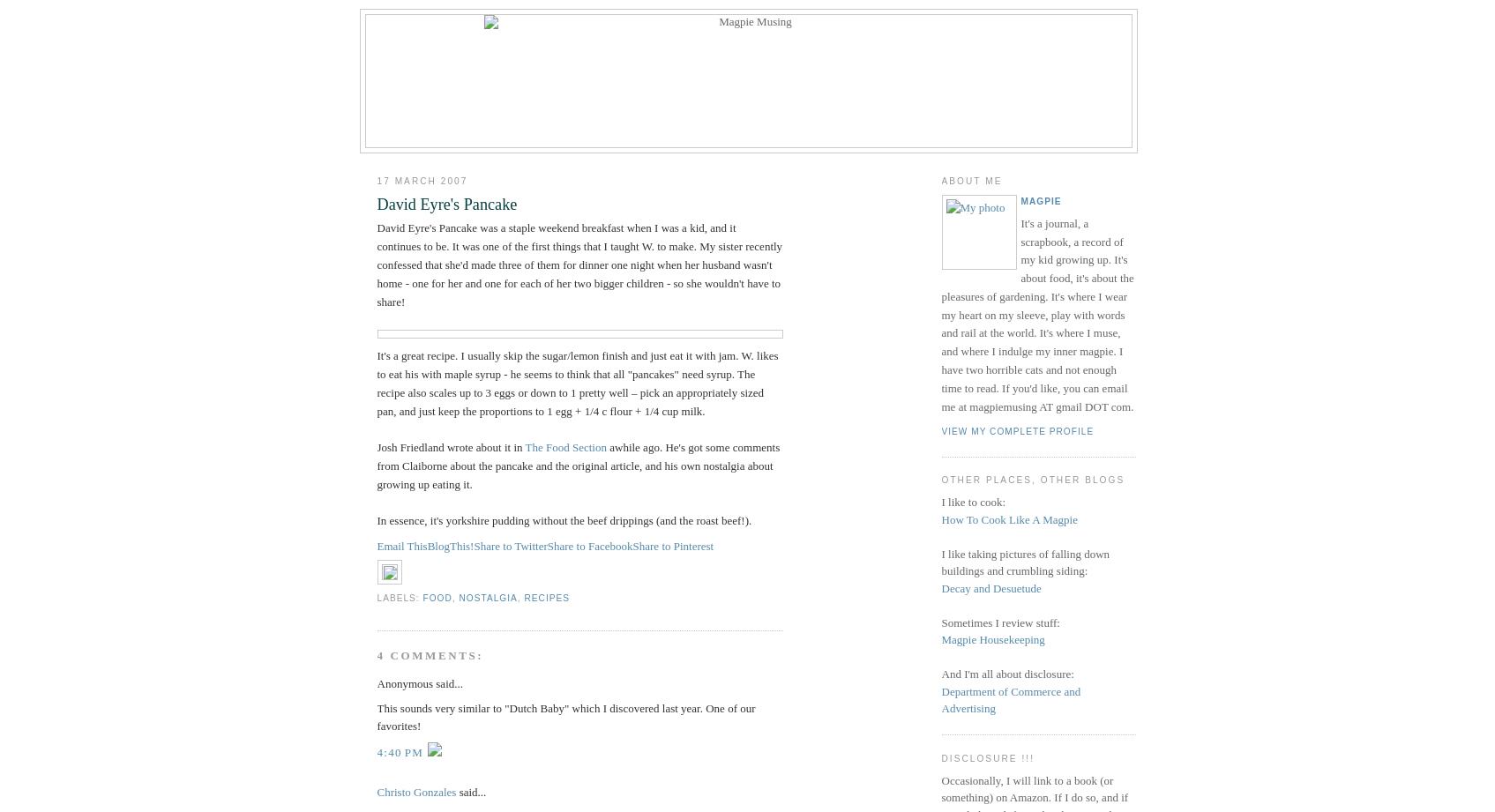 Image resolution: width=1495 pixels, height=812 pixels. I want to click on 'And I'm all about disclosure:', so click(1005, 674).